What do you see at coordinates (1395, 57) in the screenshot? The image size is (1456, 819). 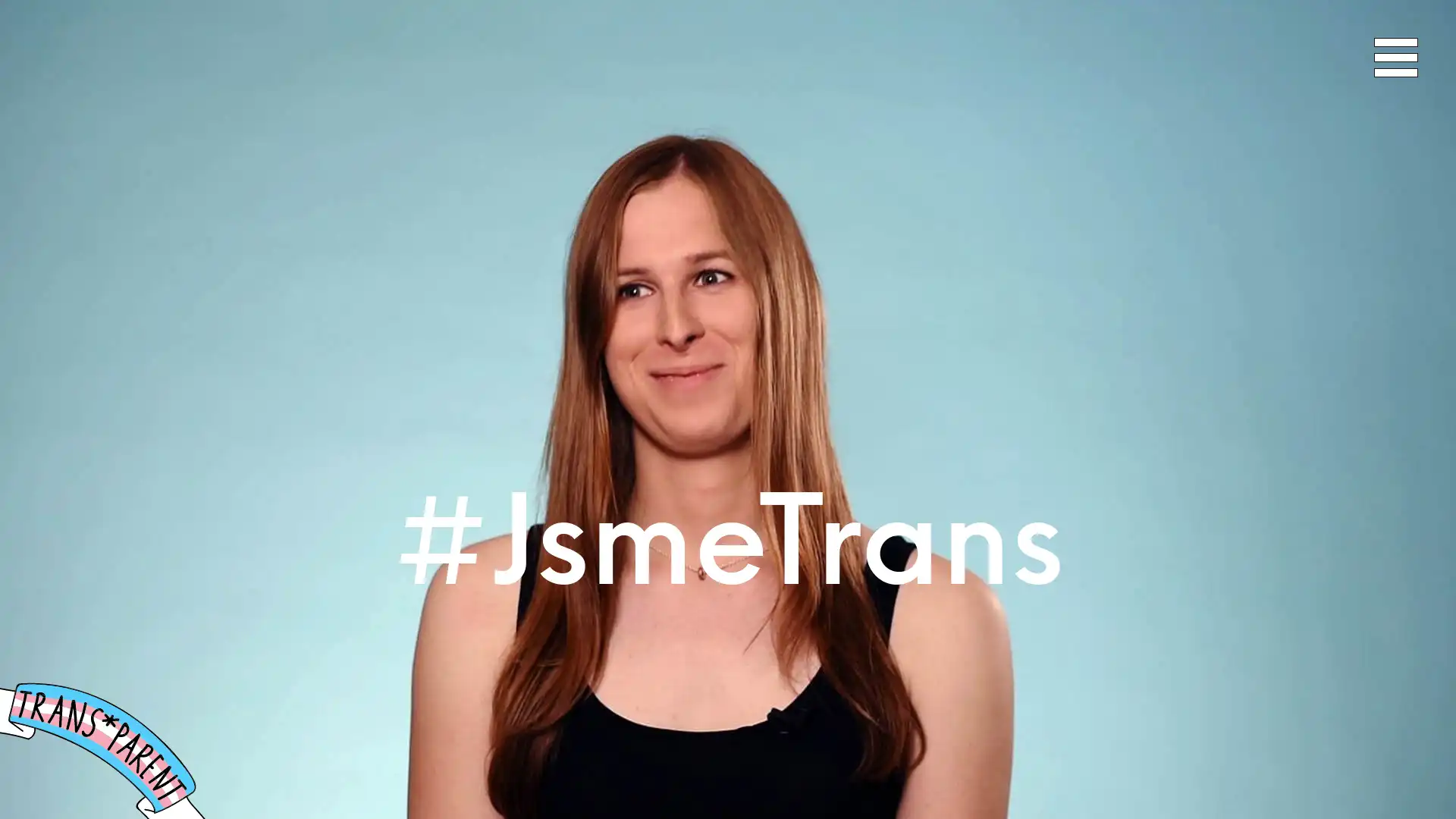 I see `Menu` at bounding box center [1395, 57].